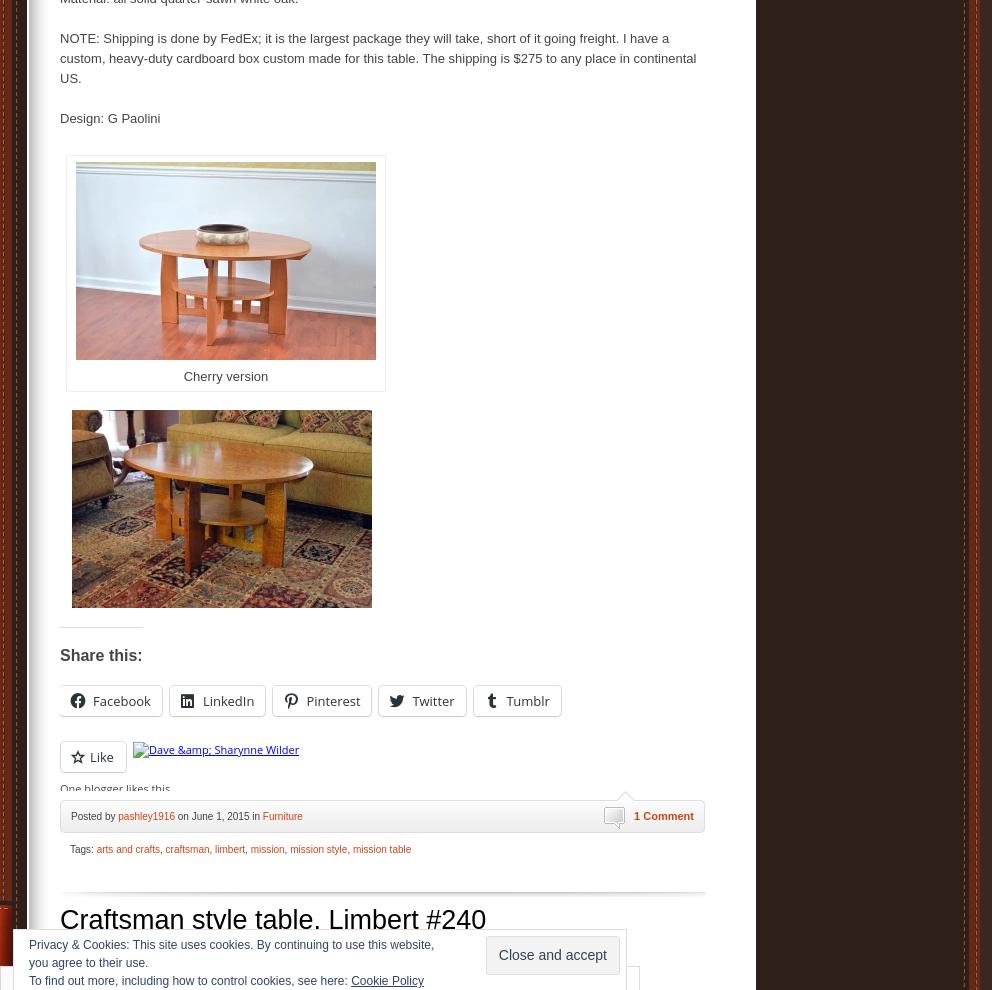  What do you see at coordinates (60, 58) in the screenshot?
I see `'NOTE: Shipping is done by FedEx; it is the largest package they will take, short of it going freight. I have a custom, heavy-duty cardboard box custom made for this table. The shipping is $275 to any place in continental US.'` at bounding box center [60, 58].